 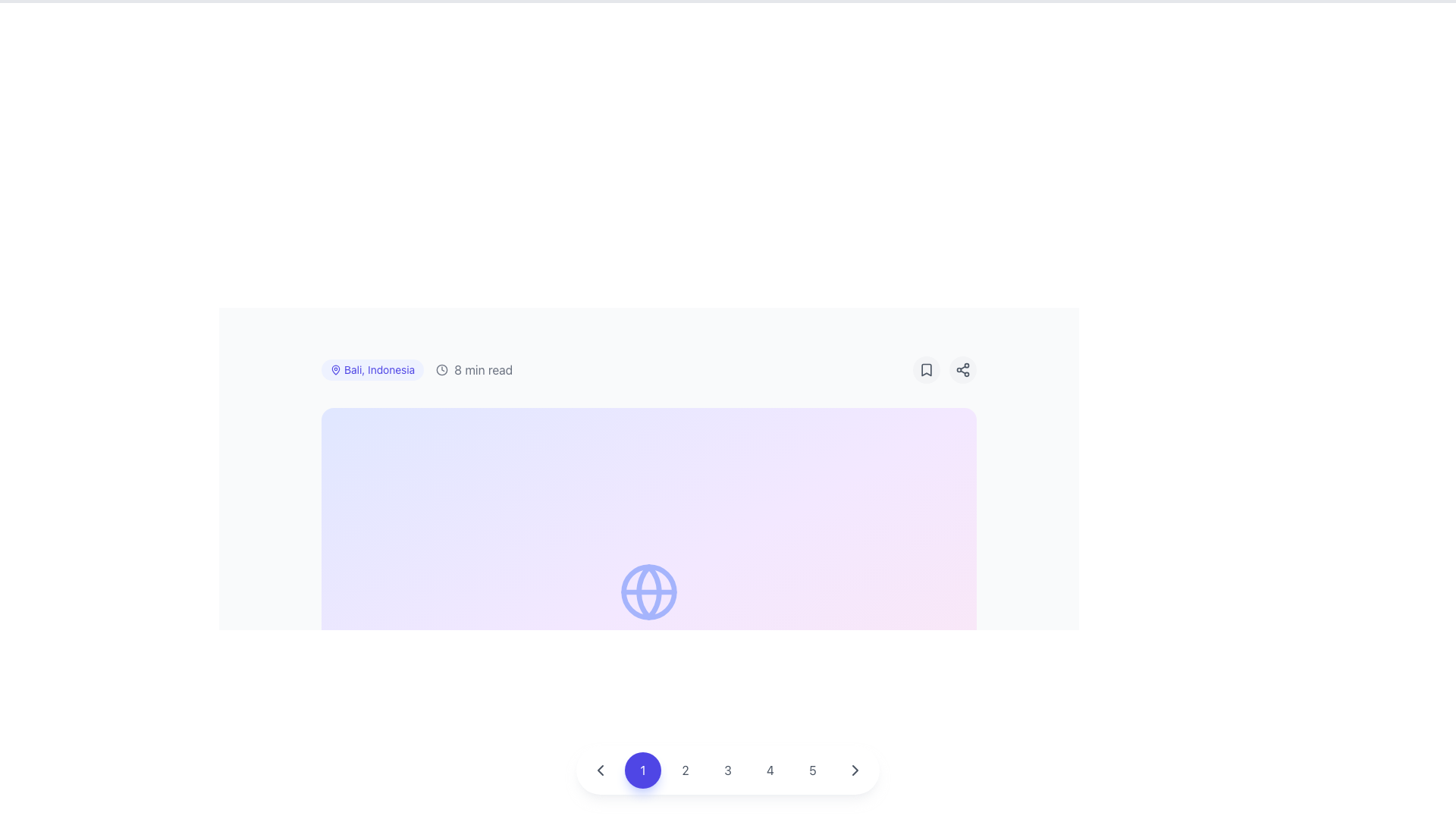 What do you see at coordinates (962, 370) in the screenshot?
I see `the share icon, which is a minimalistic design of three interconnected circles forming a triangular arrangement located within a rounded light-gray button in the top-right section of the UI` at bounding box center [962, 370].